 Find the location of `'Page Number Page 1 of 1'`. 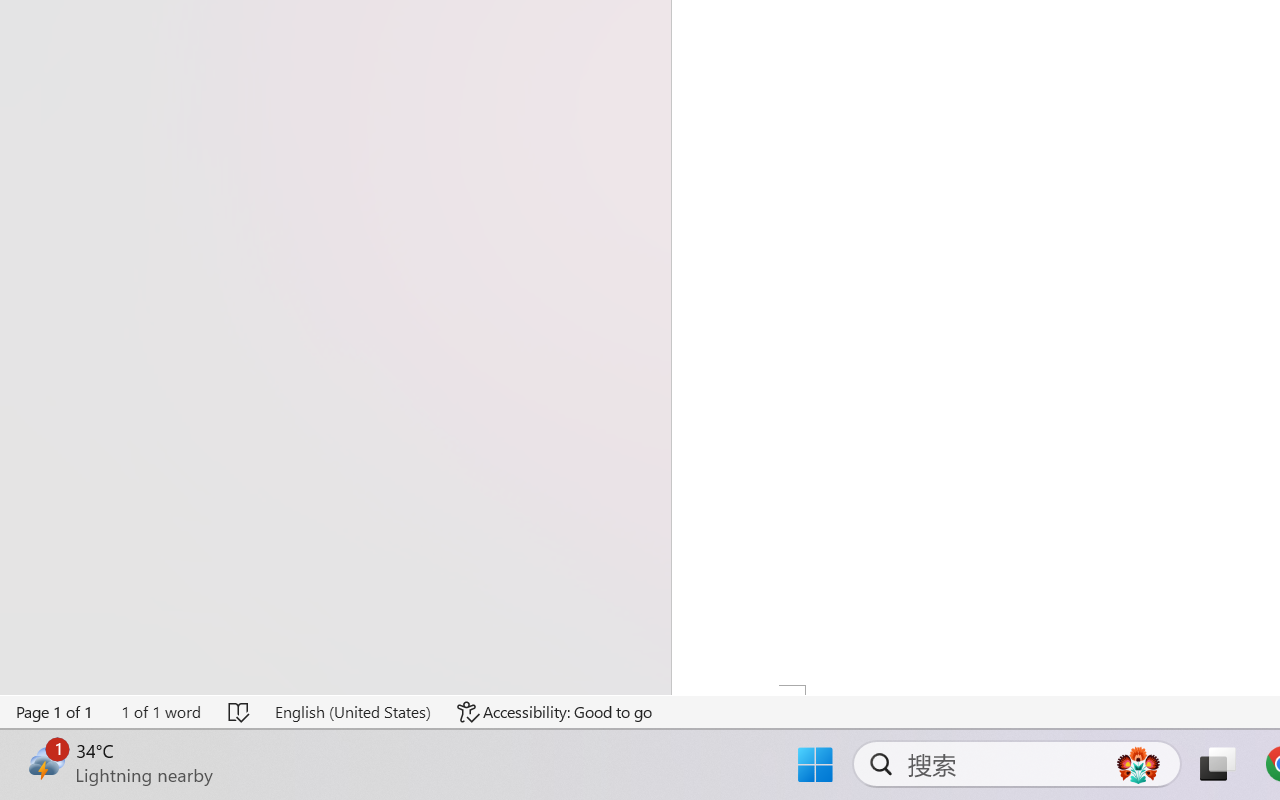

'Page Number Page 1 of 1' is located at coordinates (55, 711).